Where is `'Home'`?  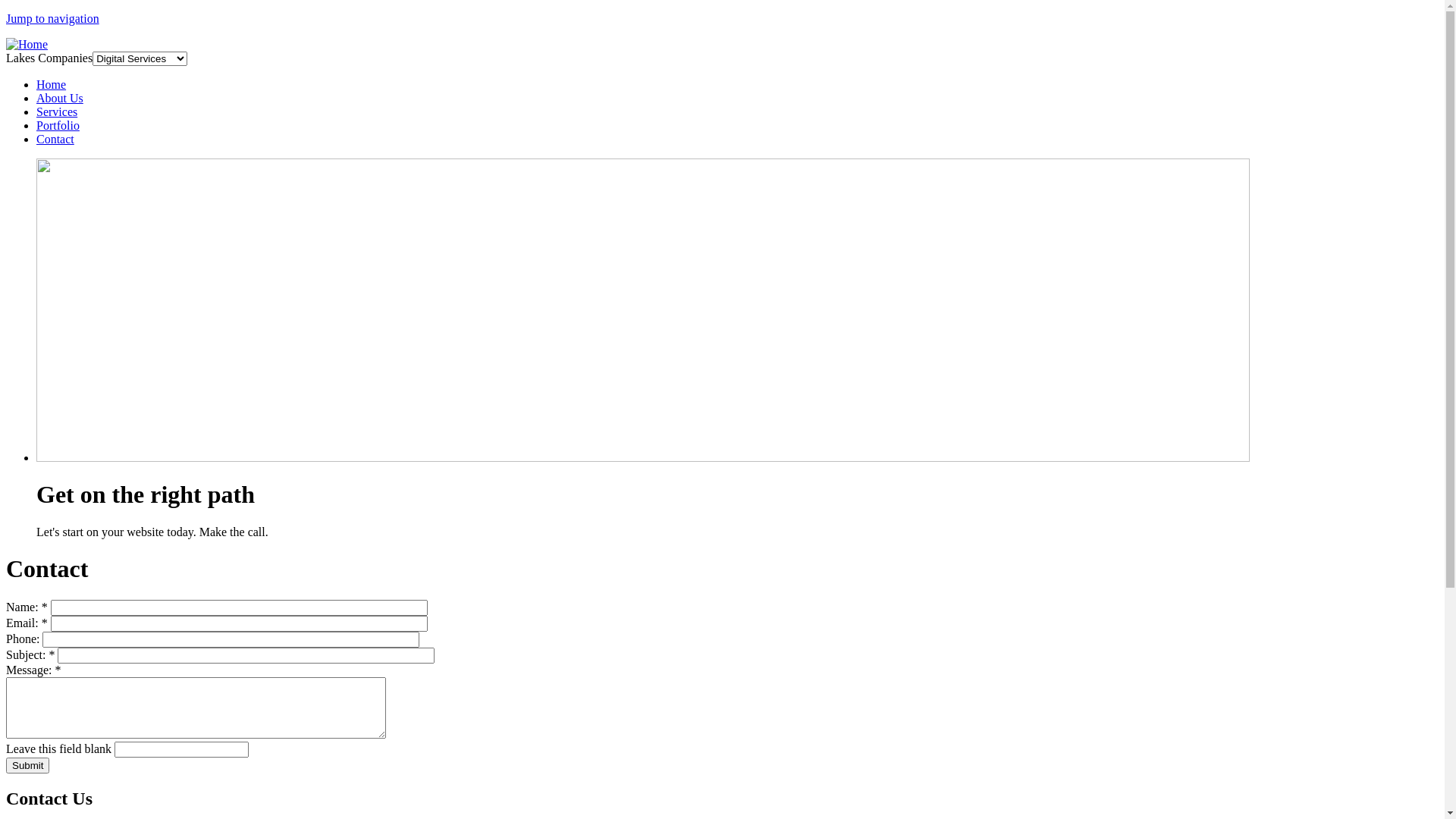
'Home' is located at coordinates (27, 43).